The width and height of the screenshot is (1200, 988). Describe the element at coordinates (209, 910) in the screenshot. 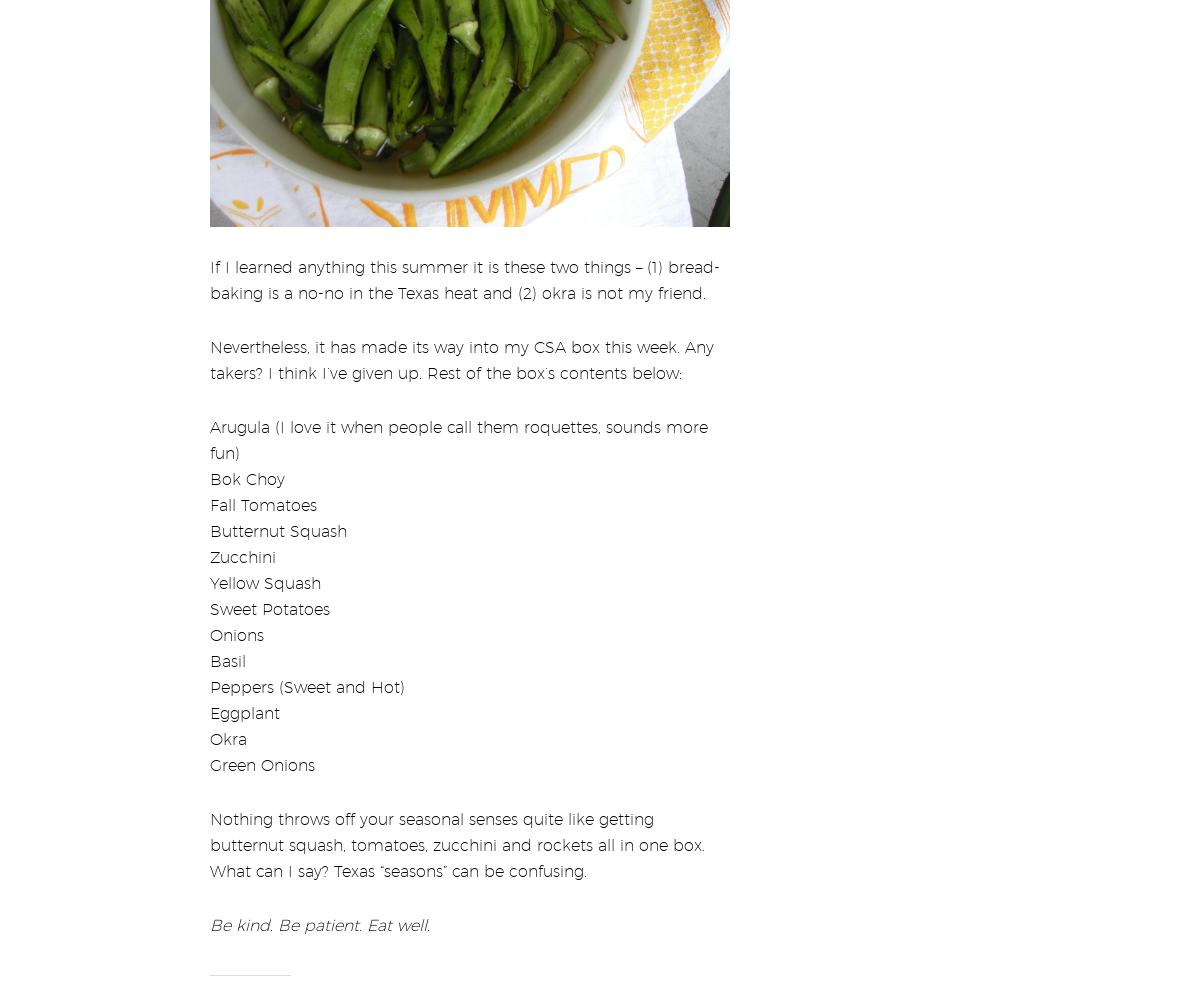

I see `'Be kind. Be patient. Eat well.'` at that location.